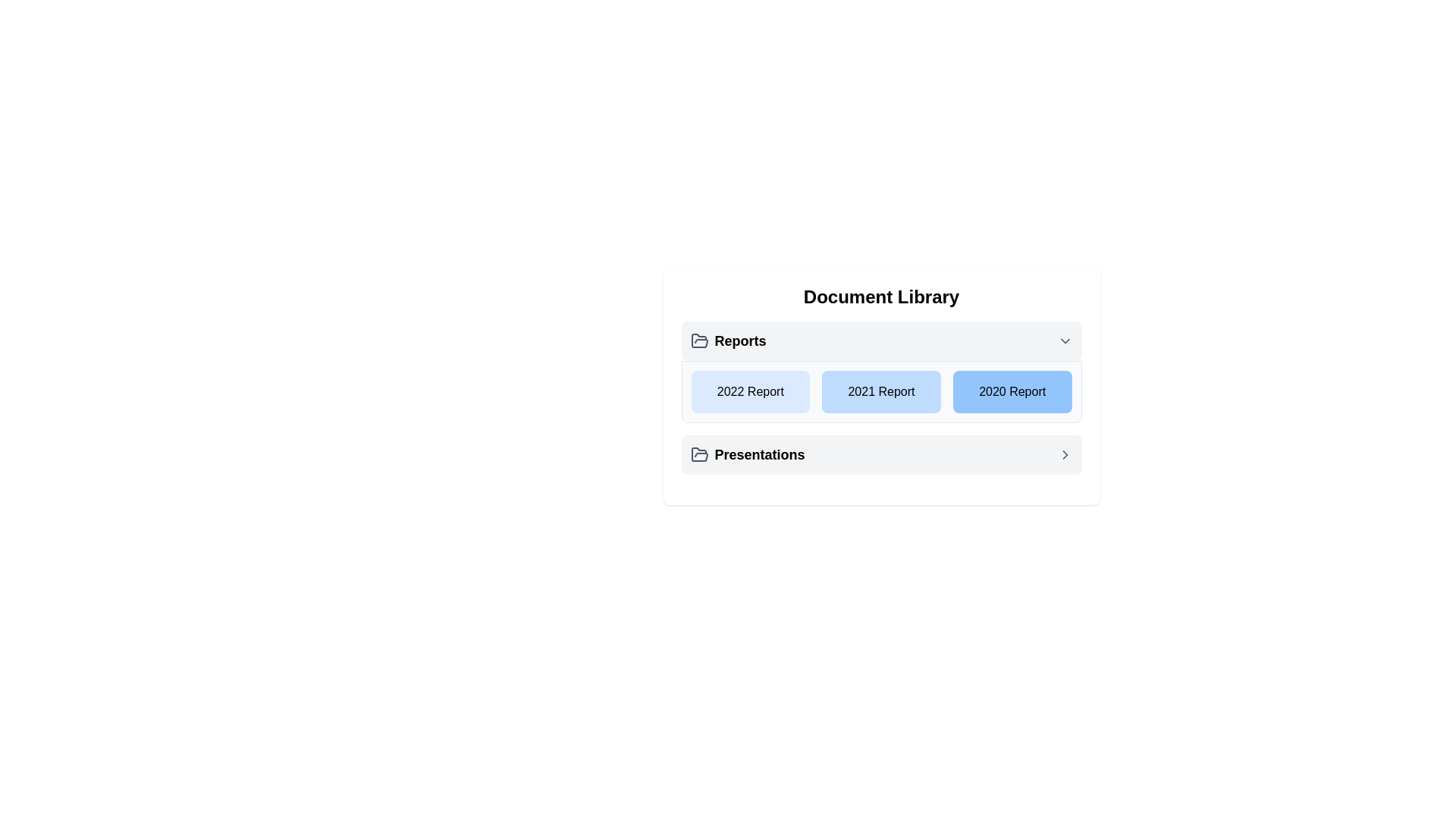  What do you see at coordinates (1064, 341) in the screenshot?
I see `the small downward-facing chevron icon located at the right side of the 'Reports' section header in the Document Library interface` at bounding box center [1064, 341].